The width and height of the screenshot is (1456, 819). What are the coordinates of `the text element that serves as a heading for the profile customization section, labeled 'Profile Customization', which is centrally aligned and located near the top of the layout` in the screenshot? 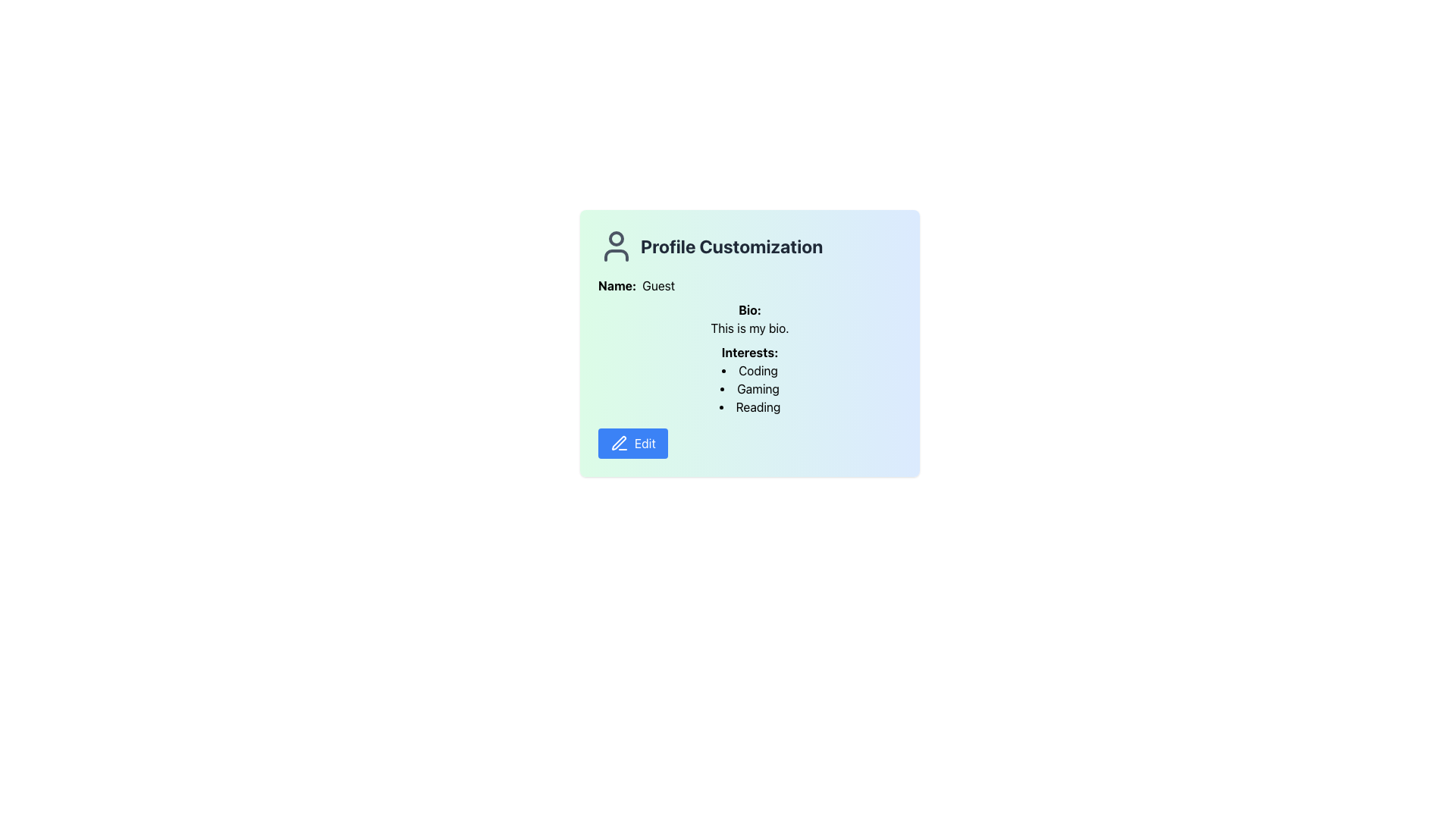 It's located at (732, 245).